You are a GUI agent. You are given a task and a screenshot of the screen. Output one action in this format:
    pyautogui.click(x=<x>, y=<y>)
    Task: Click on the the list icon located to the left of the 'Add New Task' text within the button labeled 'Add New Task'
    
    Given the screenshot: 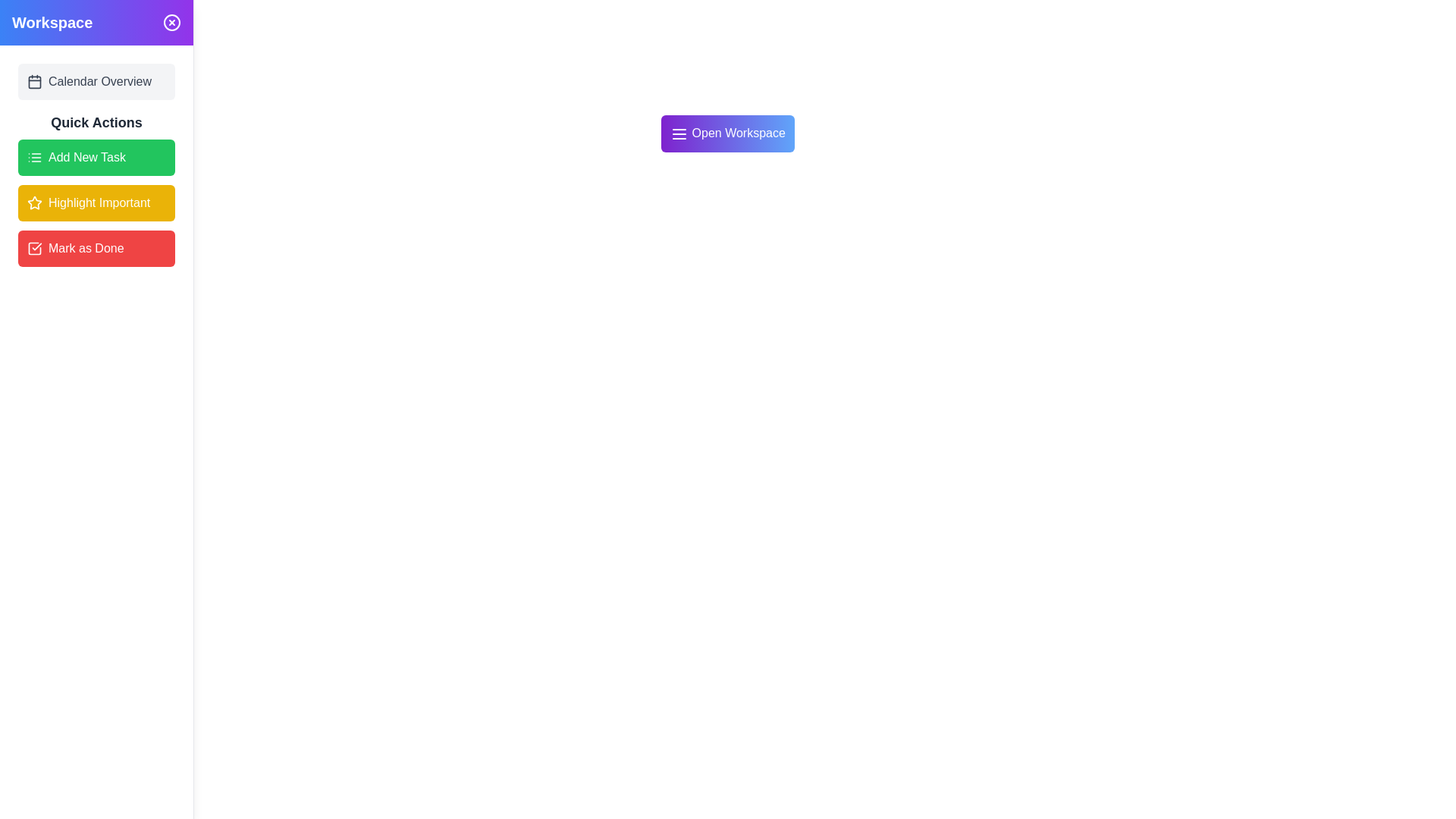 What is the action you would take?
    pyautogui.click(x=35, y=158)
    